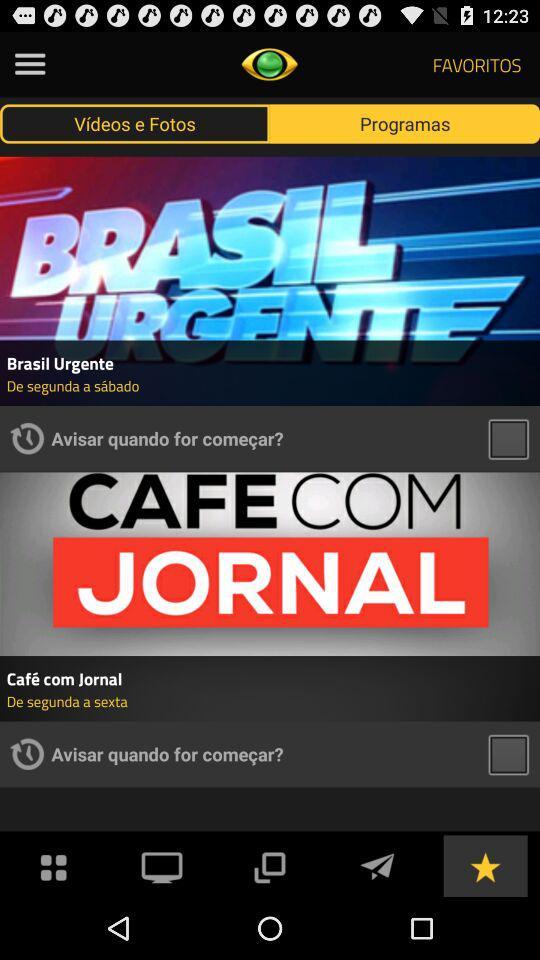 The width and height of the screenshot is (540, 960). What do you see at coordinates (269, 864) in the screenshot?
I see `copy option` at bounding box center [269, 864].